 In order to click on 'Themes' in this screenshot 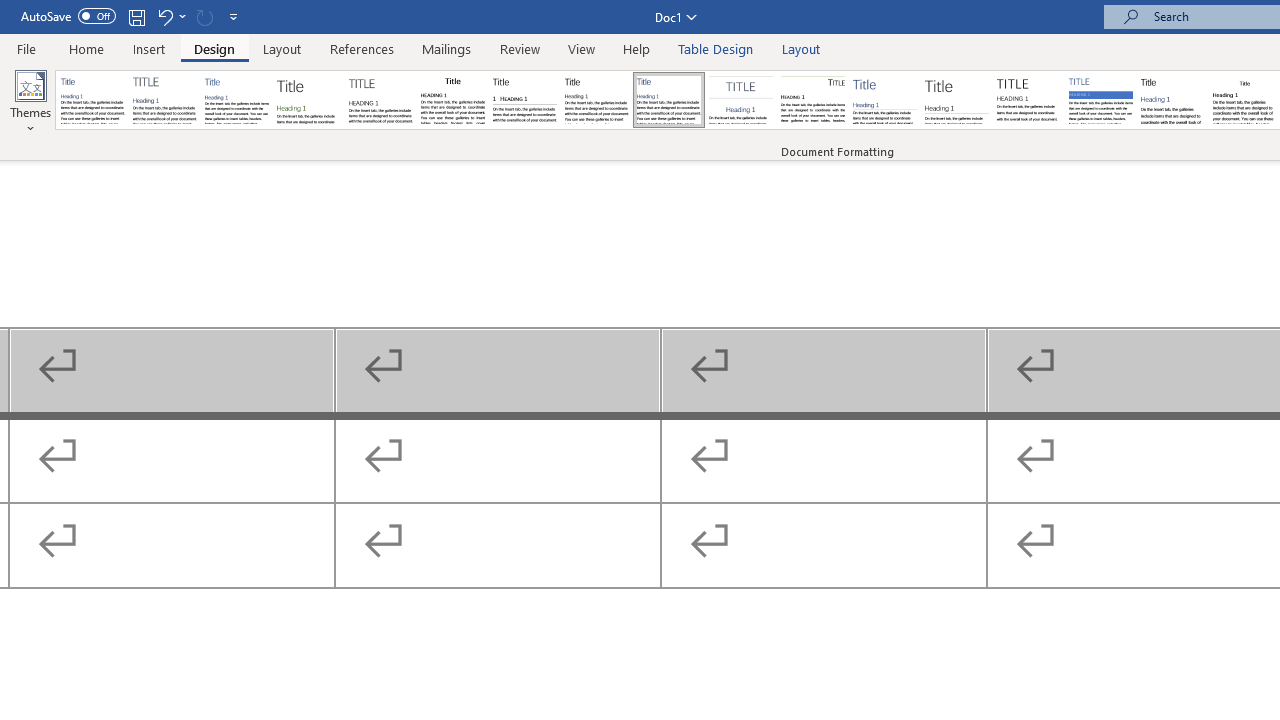, I will do `click(30, 103)`.